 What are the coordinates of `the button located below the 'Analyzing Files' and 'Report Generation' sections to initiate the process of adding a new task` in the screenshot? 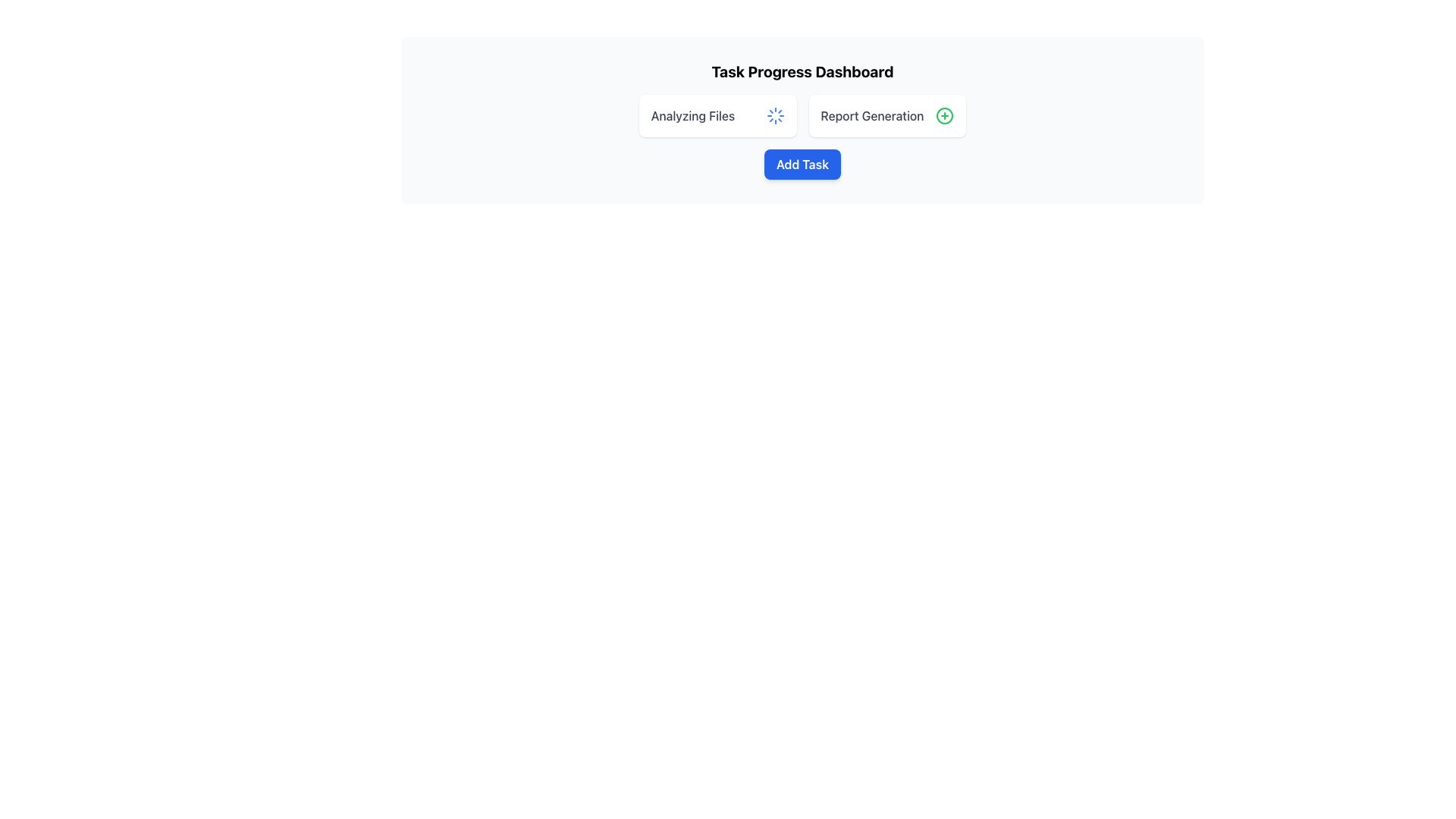 It's located at (802, 164).